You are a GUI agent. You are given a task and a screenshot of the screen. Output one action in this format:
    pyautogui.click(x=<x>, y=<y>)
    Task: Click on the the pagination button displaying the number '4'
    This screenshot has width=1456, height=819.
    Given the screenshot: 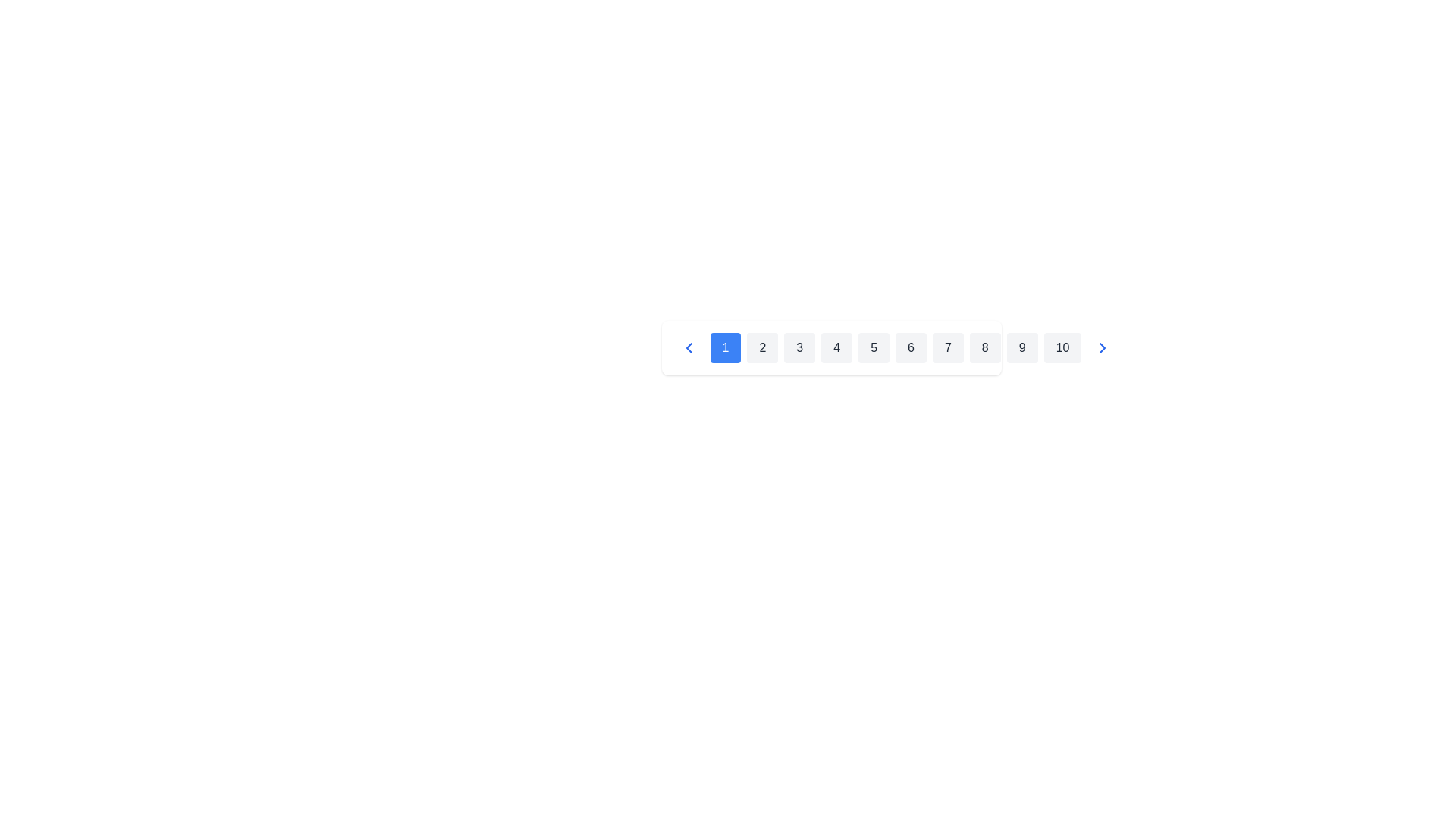 What is the action you would take?
    pyautogui.click(x=830, y=348)
    